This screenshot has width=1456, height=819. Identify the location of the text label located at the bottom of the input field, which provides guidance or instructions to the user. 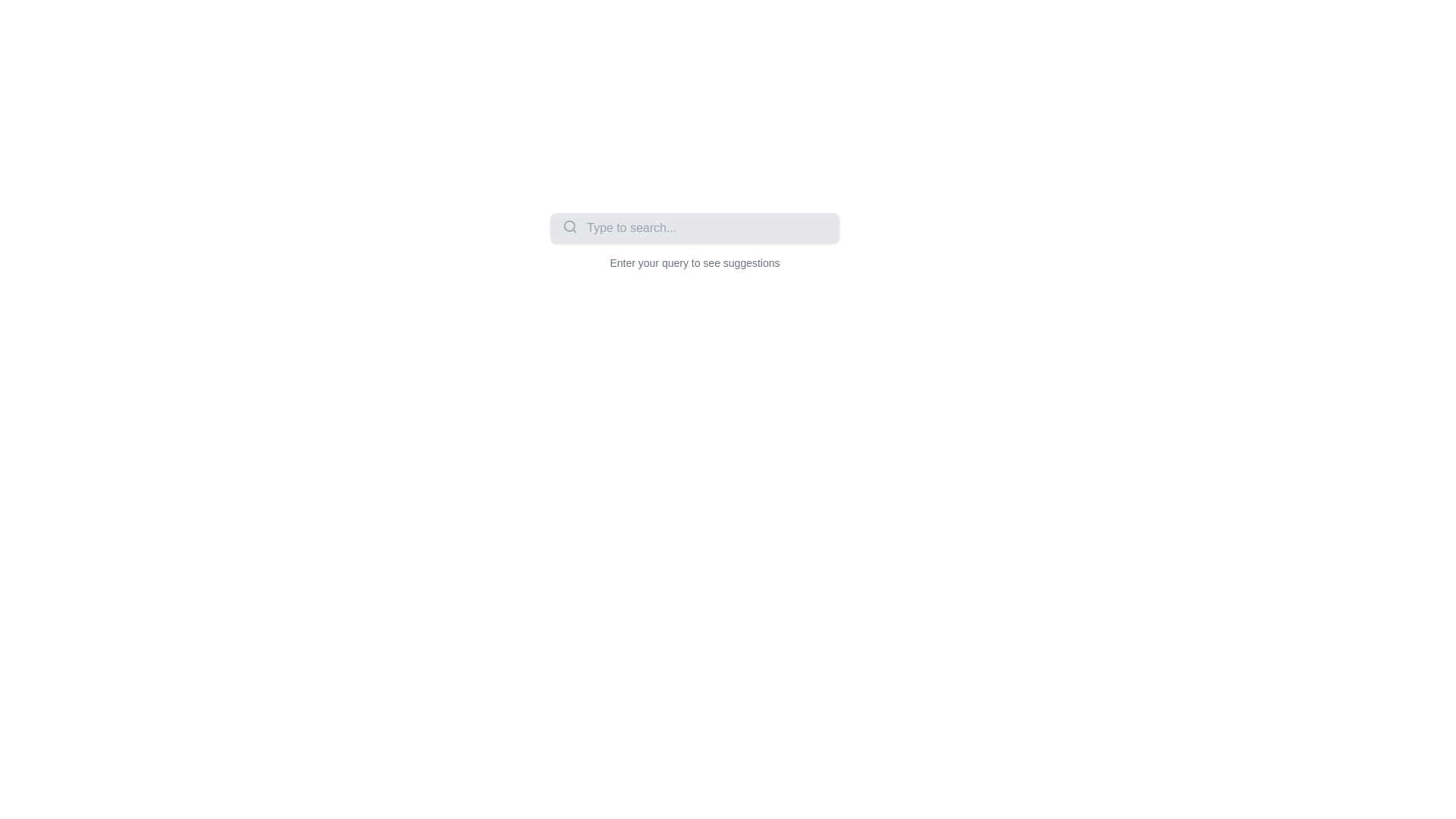
(694, 262).